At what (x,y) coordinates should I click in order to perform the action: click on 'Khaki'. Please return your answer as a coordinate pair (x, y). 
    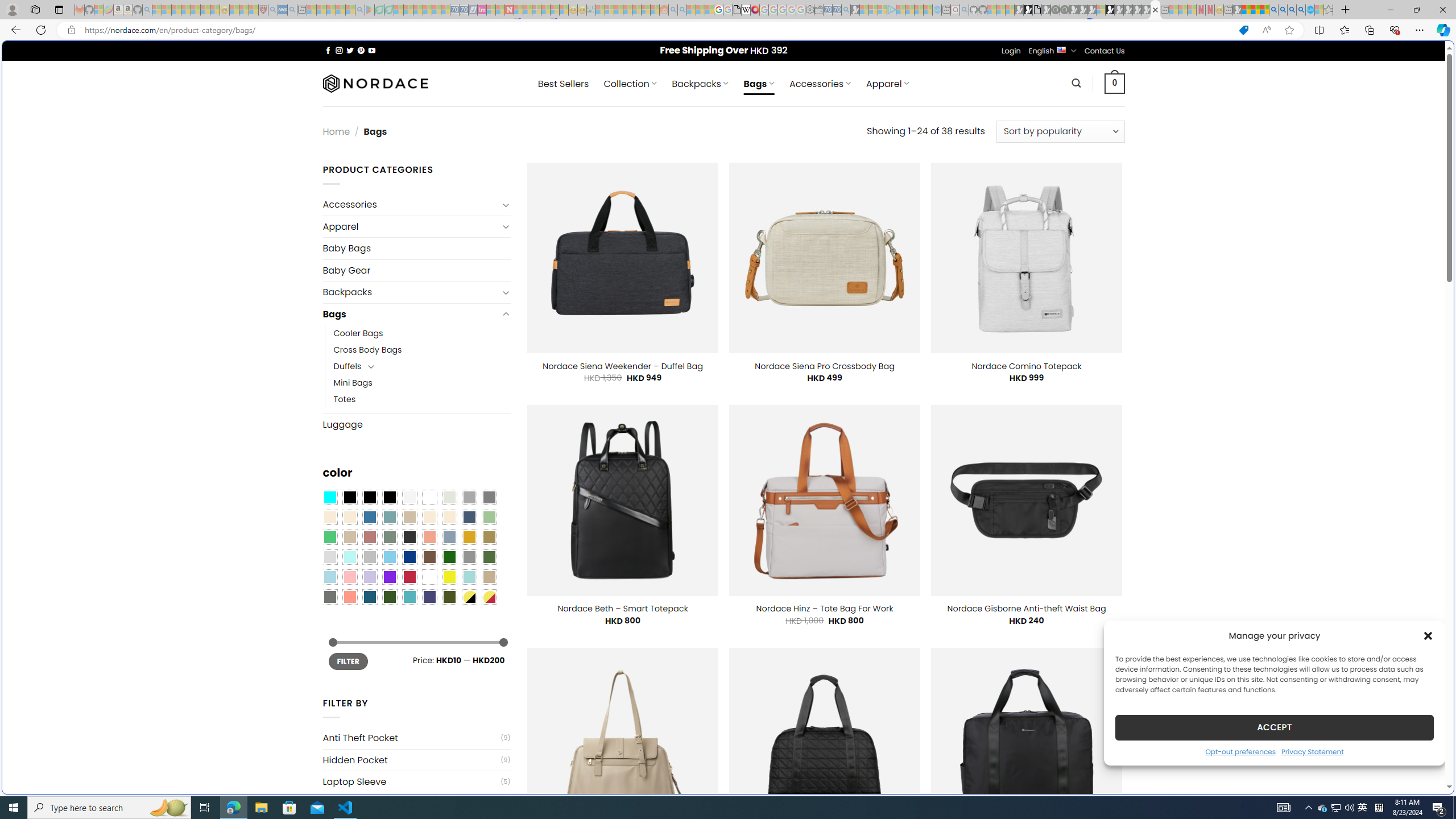
    Looking at the image, I should click on (489, 577).